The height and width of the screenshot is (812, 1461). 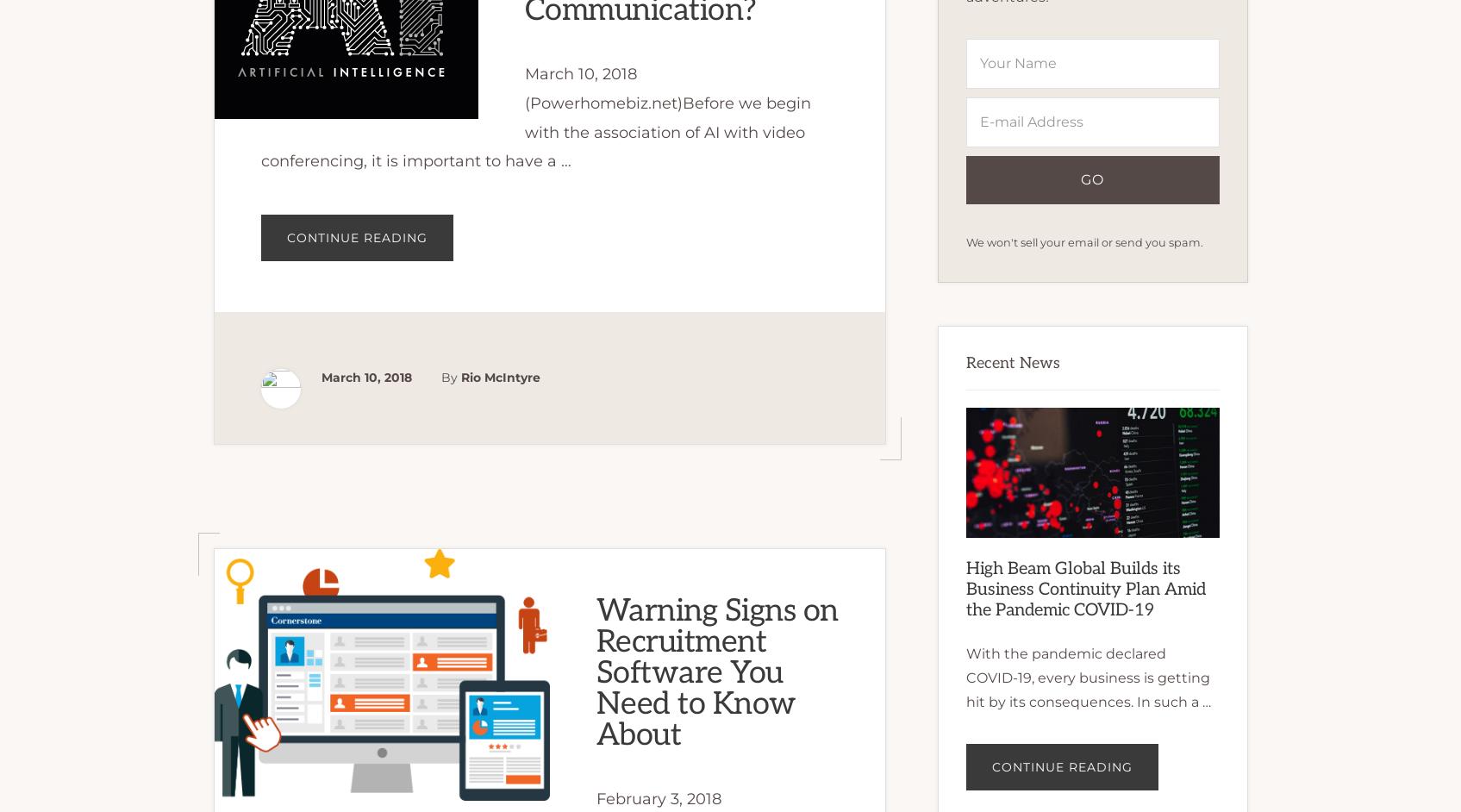 I want to click on 'By', so click(x=447, y=375).